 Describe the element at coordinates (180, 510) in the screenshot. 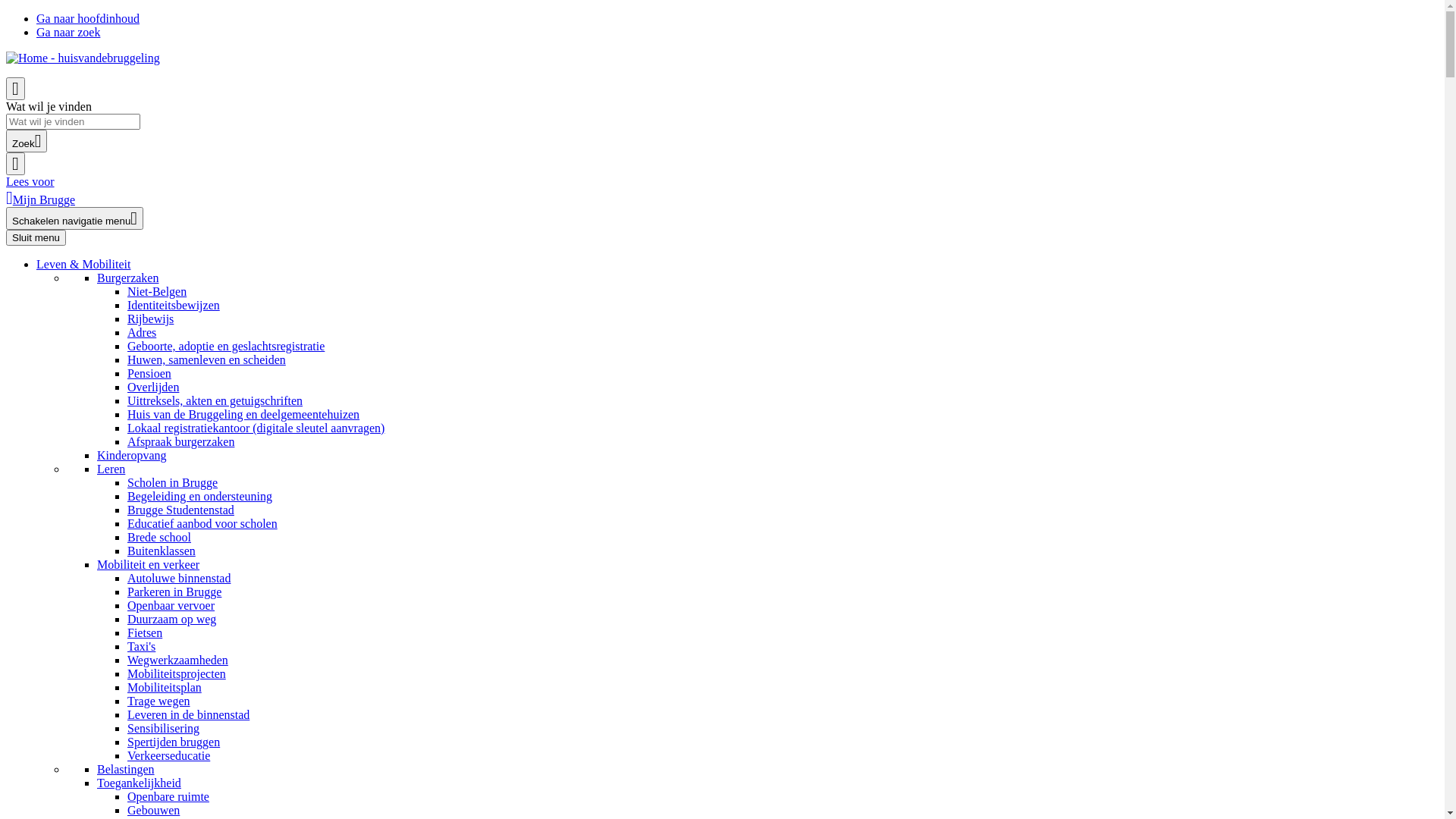

I see `'Brugge Studentenstad'` at that location.